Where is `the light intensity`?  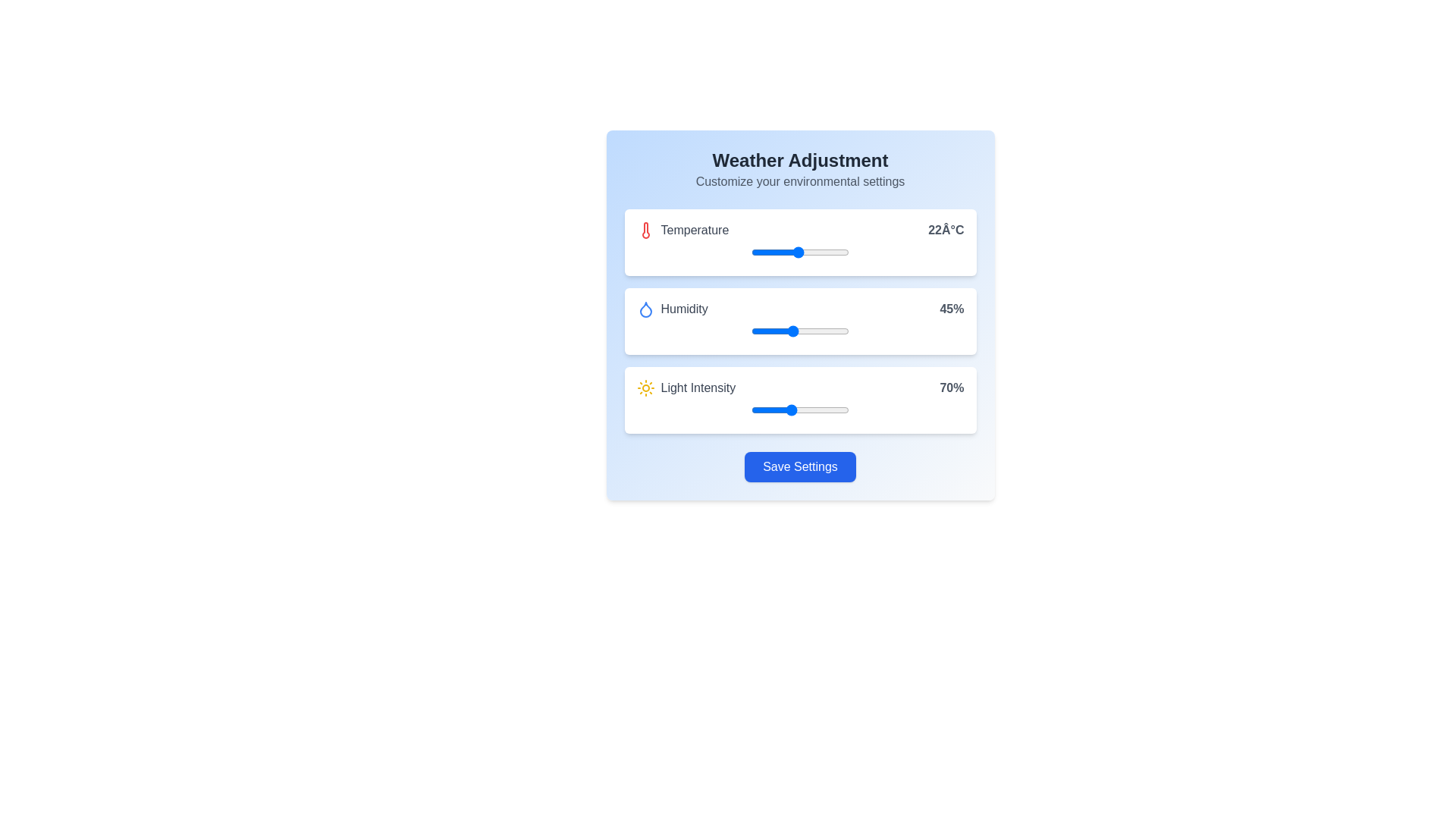 the light intensity is located at coordinates (751, 409).